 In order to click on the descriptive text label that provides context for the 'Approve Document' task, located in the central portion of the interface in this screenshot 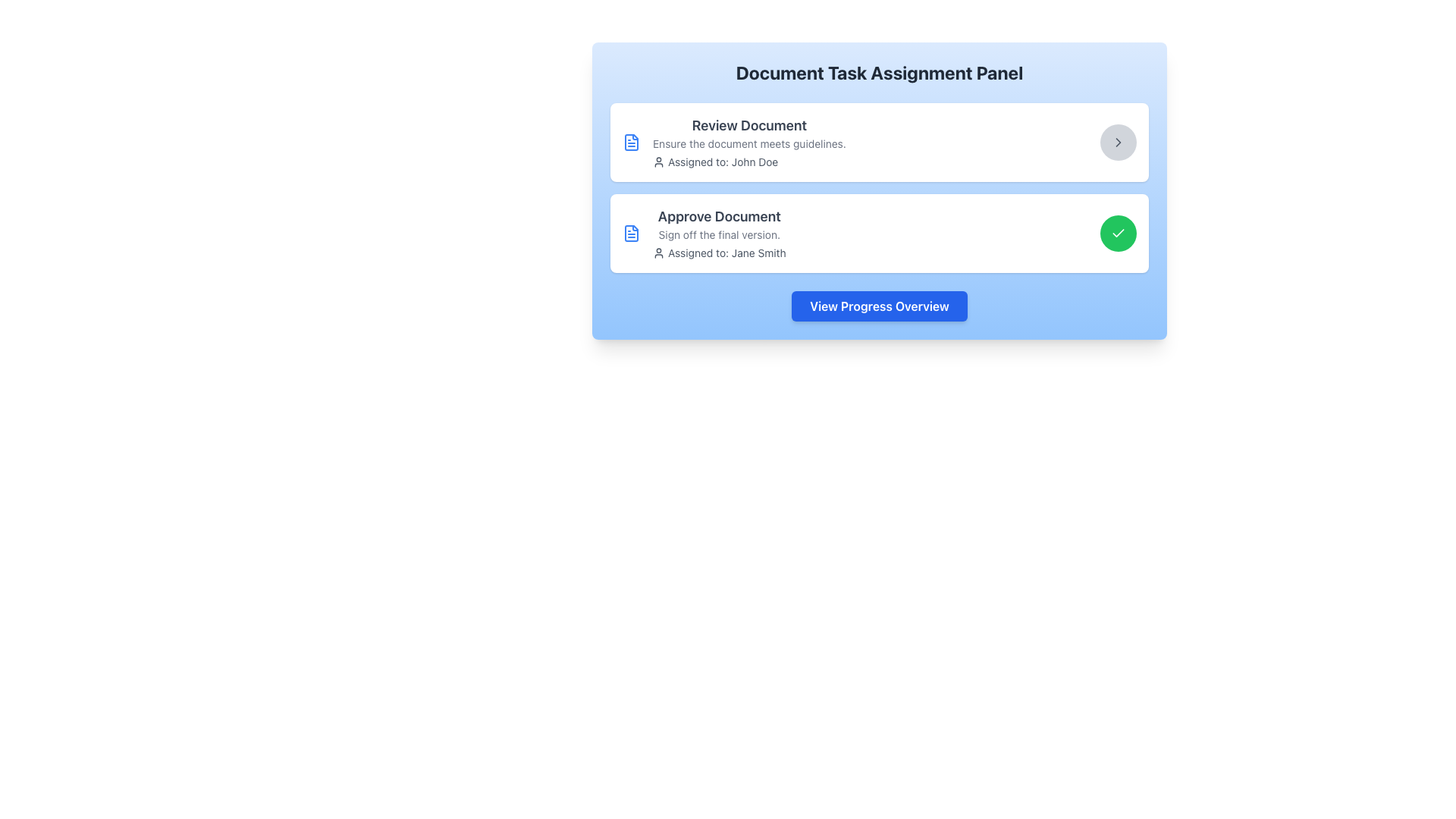, I will do `click(718, 234)`.